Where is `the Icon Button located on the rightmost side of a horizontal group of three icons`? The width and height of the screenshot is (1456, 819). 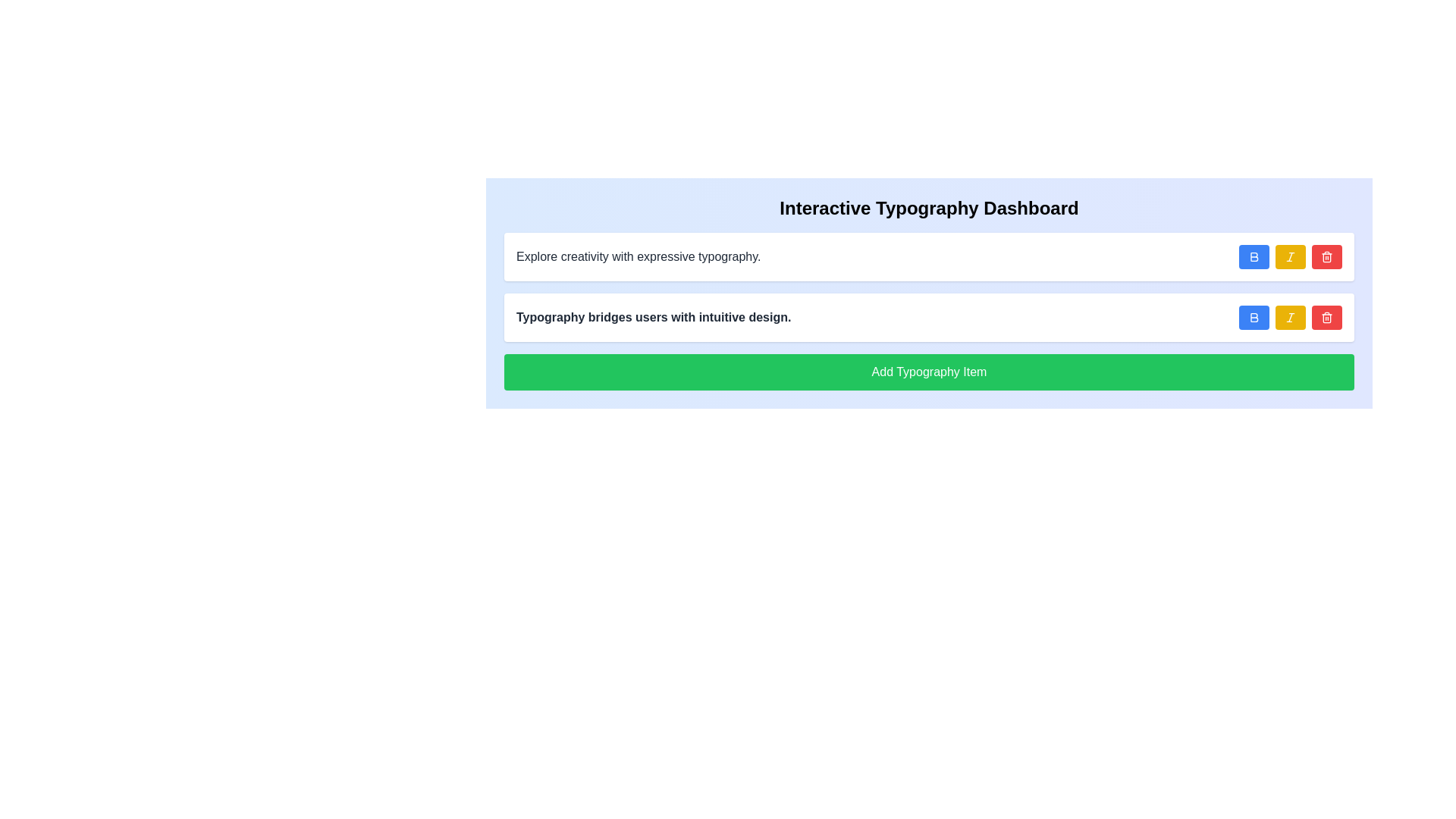
the Icon Button located on the rightmost side of a horizontal group of three icons is located at coordinates (1326, 256).